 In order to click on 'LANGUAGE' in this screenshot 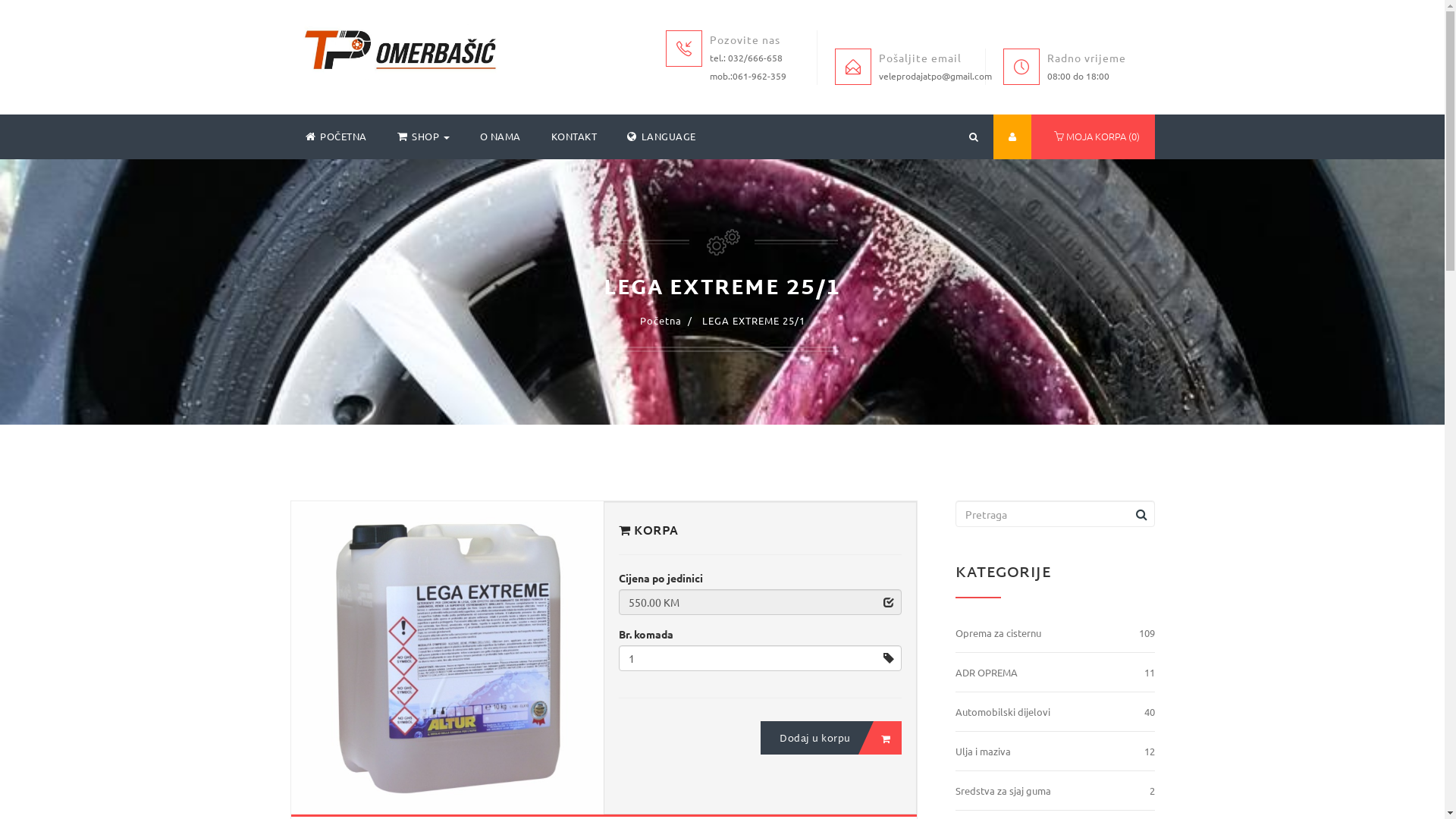, I will do `click(661, 136)`.